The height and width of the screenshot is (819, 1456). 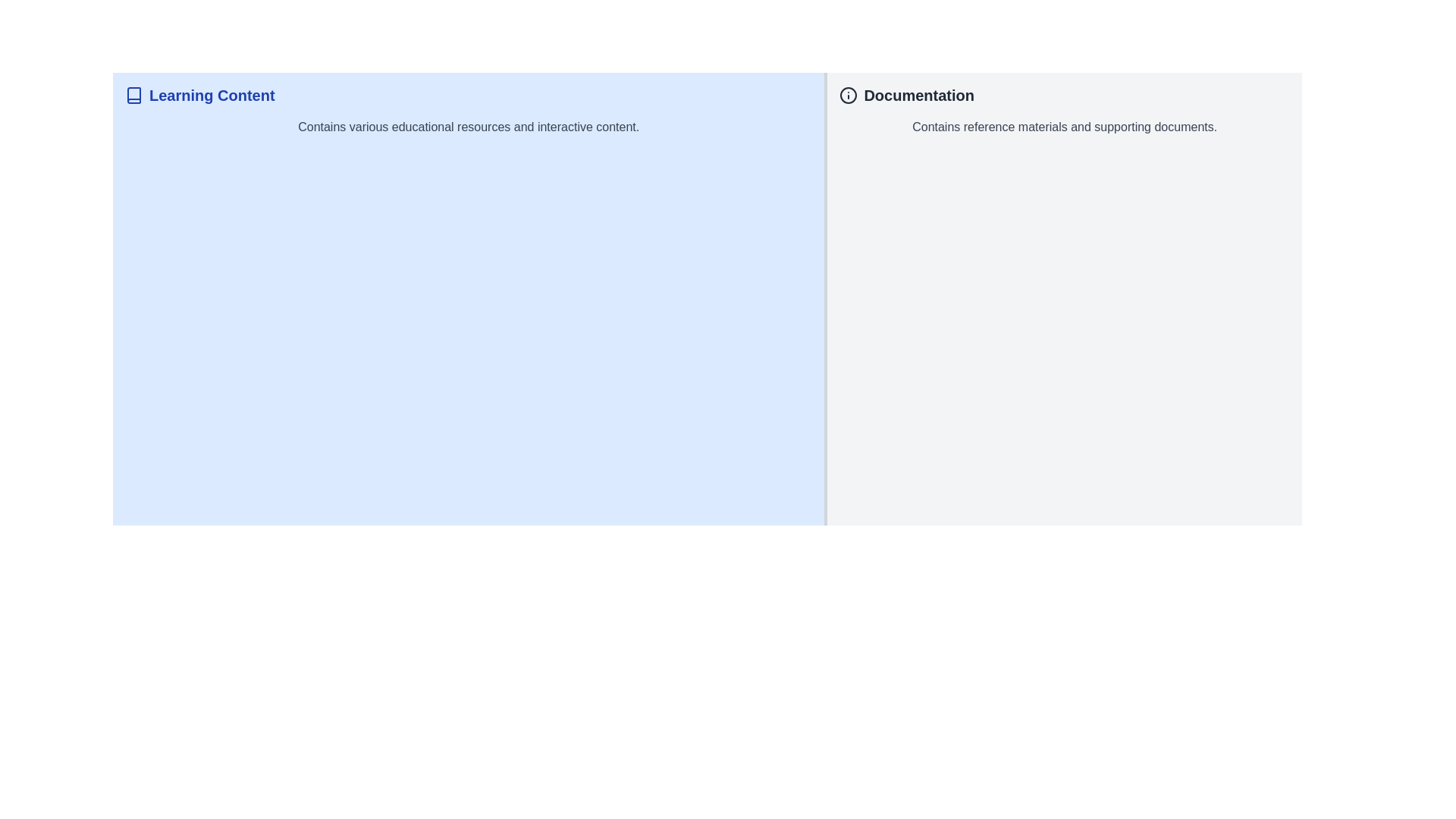 What do you see at coordinates (134, 96) in the screenshot?
I see `the 'Learning Content' icon located at the top-left corner of the left column adjacent to the text label` at bounding box center [134, 96].